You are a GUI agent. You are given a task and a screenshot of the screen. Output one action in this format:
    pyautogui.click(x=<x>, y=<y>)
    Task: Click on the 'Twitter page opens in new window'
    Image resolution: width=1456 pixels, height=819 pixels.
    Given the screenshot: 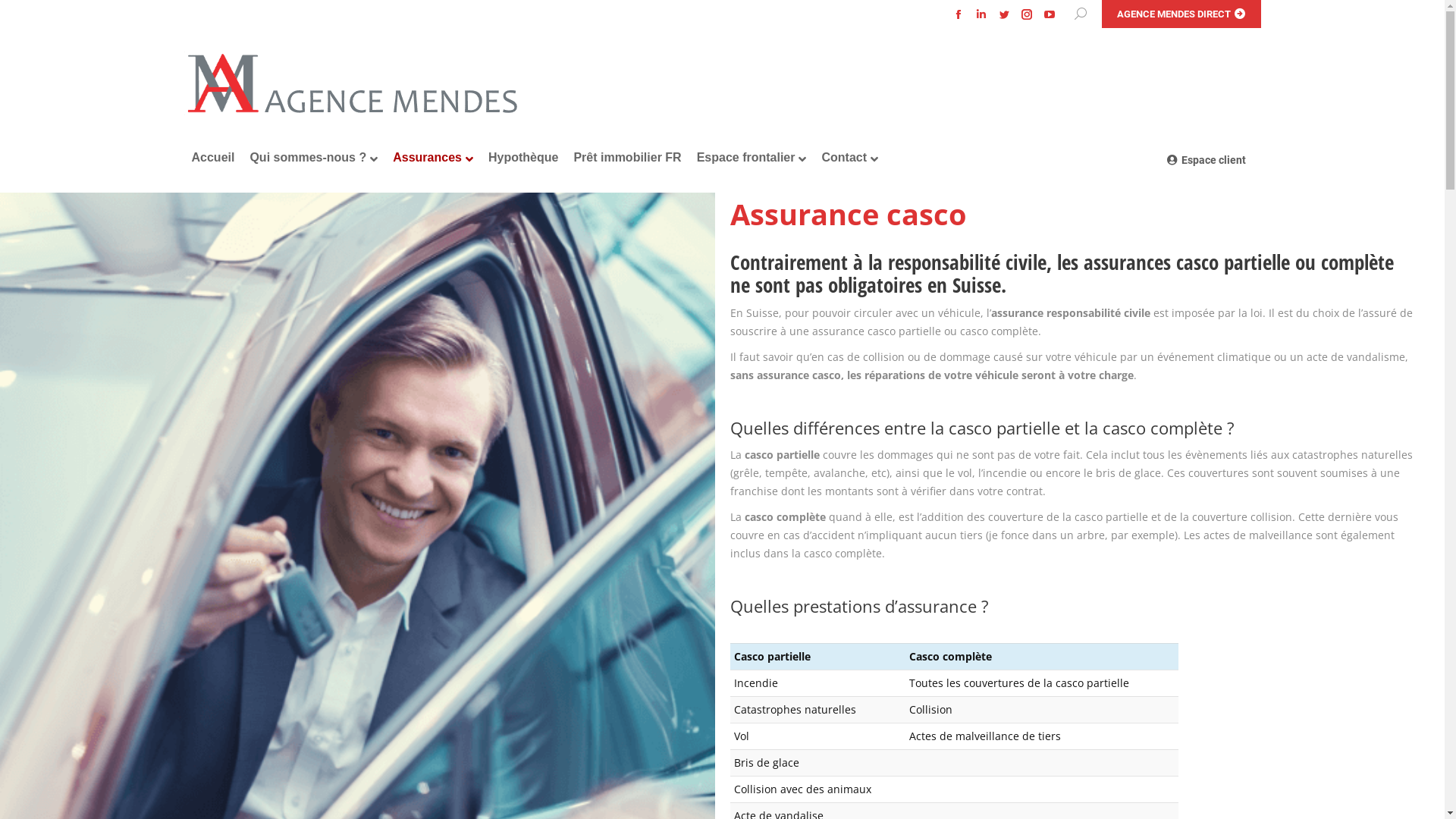 What is the action you would take?
    pyautogui.click(x=1003, y=14)
    